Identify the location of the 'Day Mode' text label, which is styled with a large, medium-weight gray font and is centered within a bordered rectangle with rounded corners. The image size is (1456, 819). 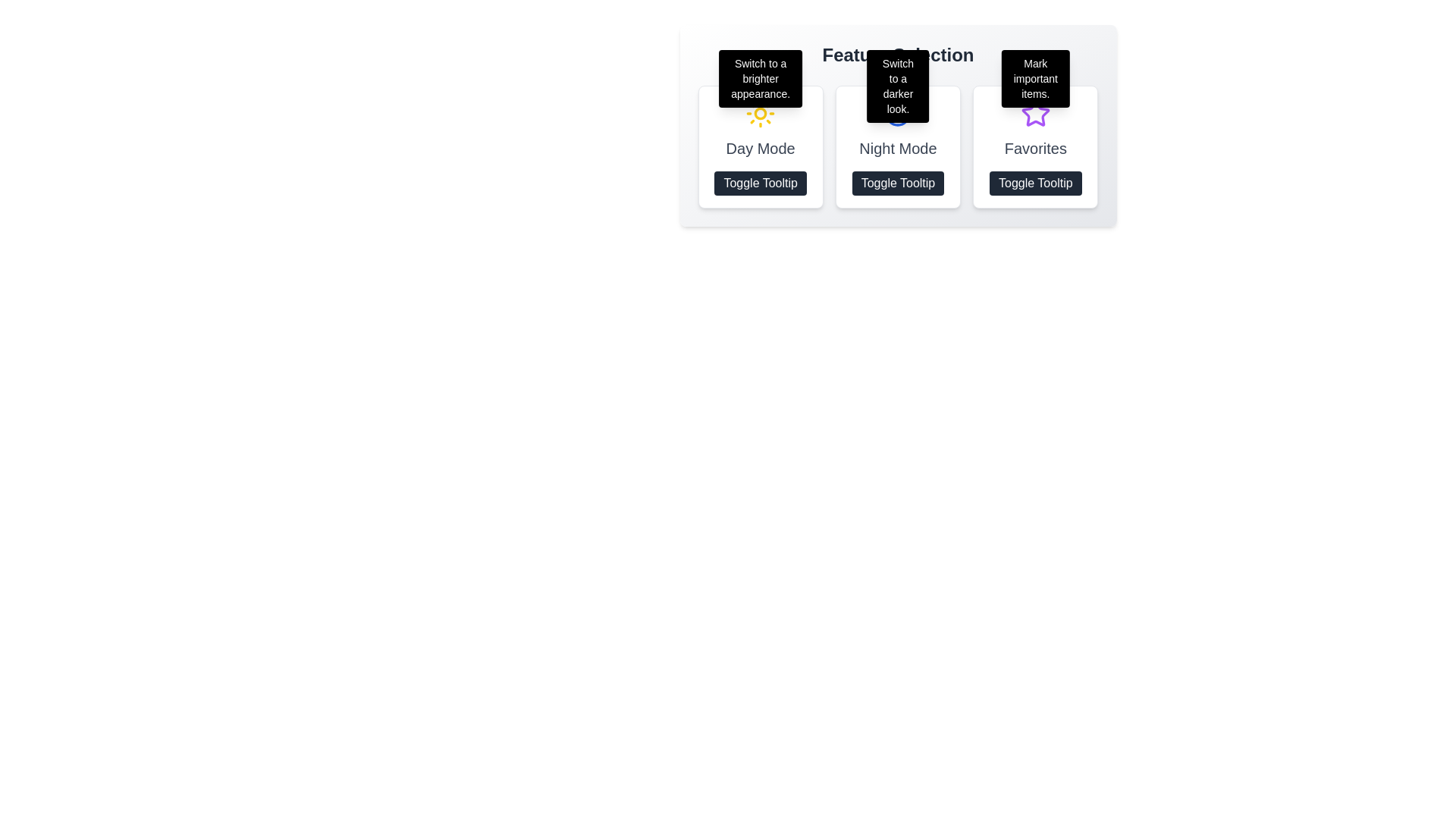
(761, 149).